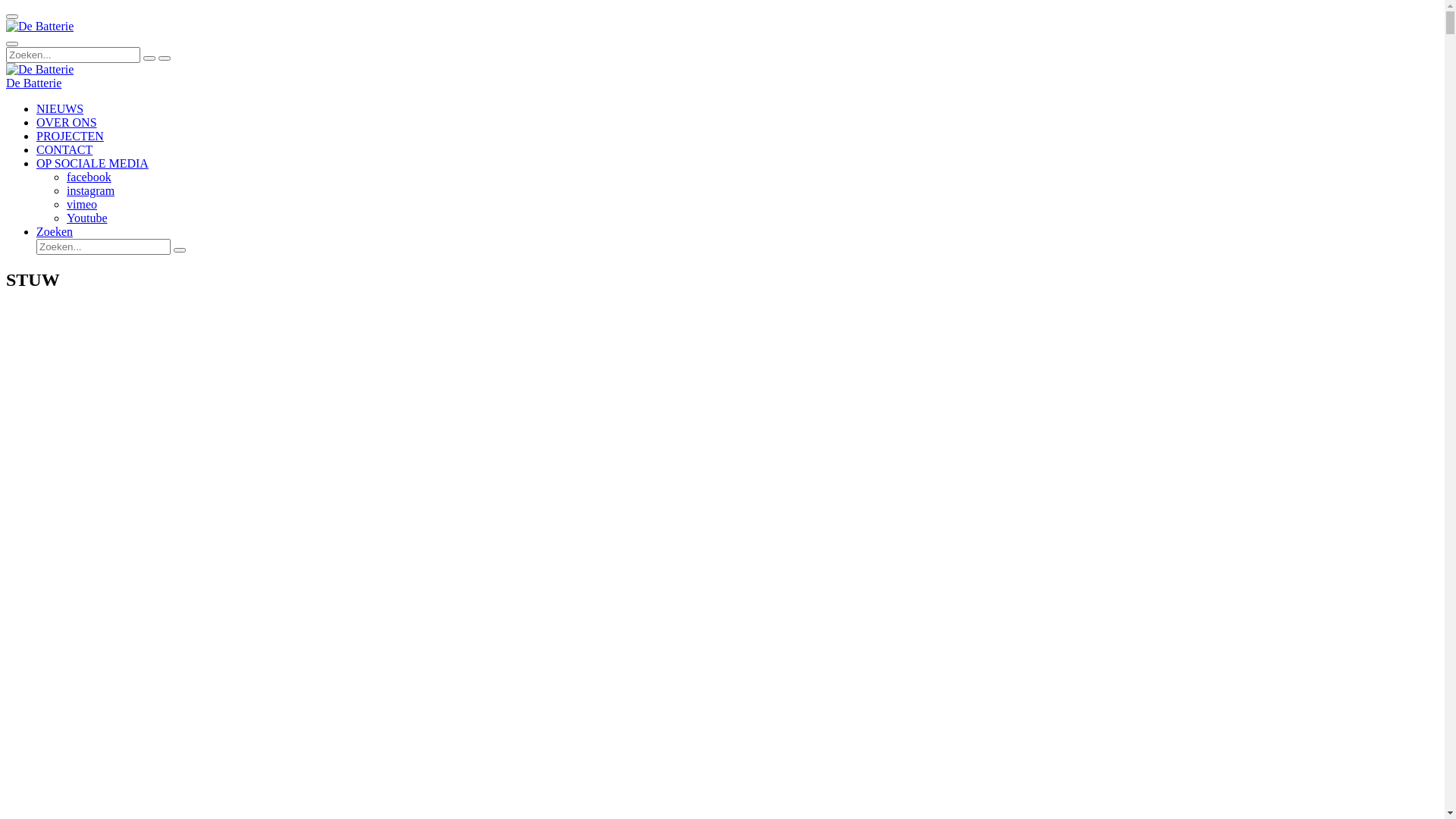 This screenshot has width=1456, height=819. I want to click on 'De Batterie', so click(33, 83).